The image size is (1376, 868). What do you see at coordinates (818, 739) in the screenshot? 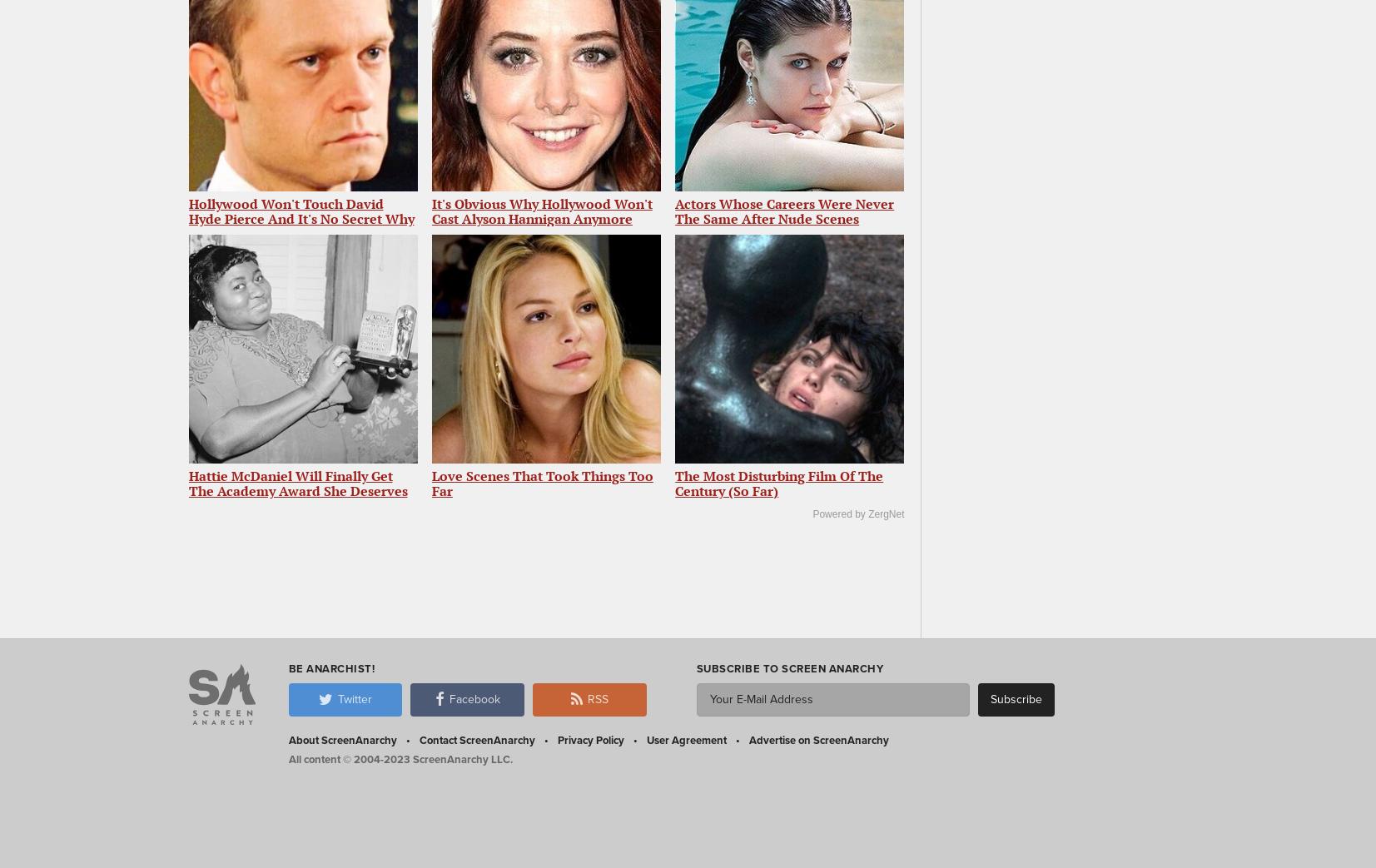
I see `'Advertise on ScreenAnarchy'` at bounding box center [818, 739].